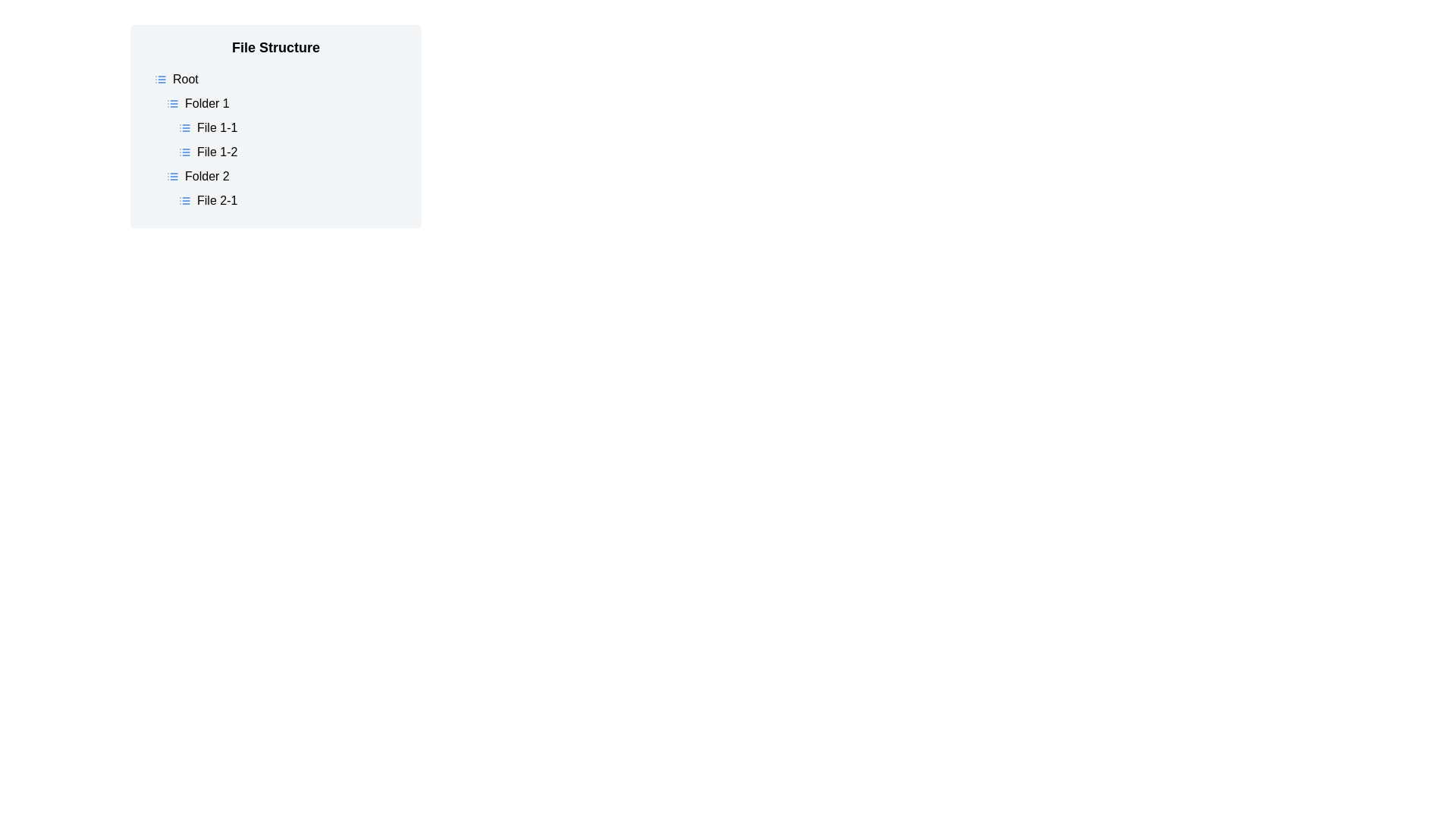 This screenshot has height=819, width=1456. Describe the element at coordinates (184, 200) in the screenshot. I see `the icon that indicates the 'File 2-1' entry in the file structure, which is located to the left of the text 'File 2-1' and below 'Folder 2'` at that location.